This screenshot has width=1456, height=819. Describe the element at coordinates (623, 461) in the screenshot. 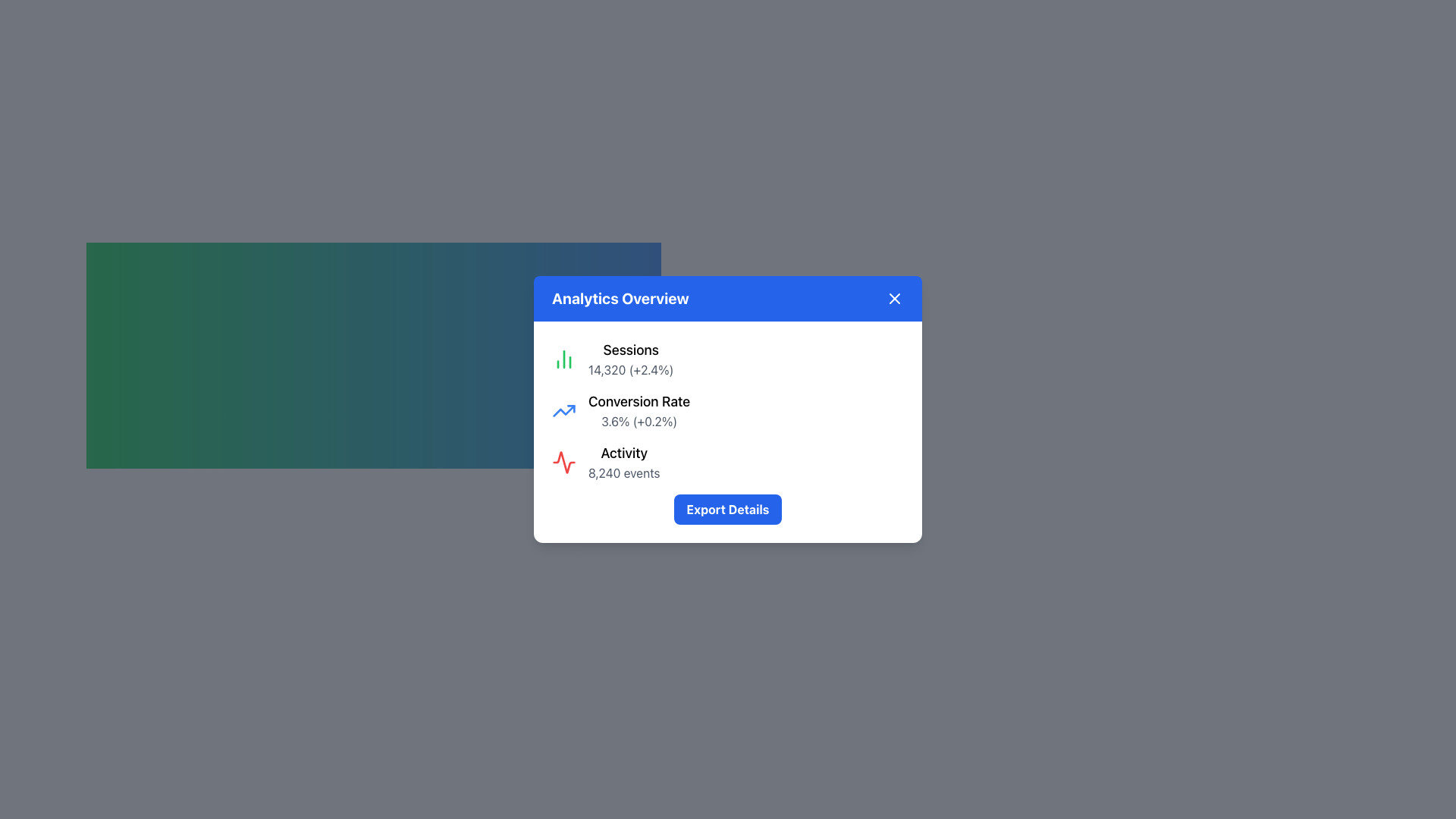

I see `the Text Display element showing 'Activity' with 8,240 events, located within the 'Analytics Overview' dialog below 'Conversion Rate'` at that location.